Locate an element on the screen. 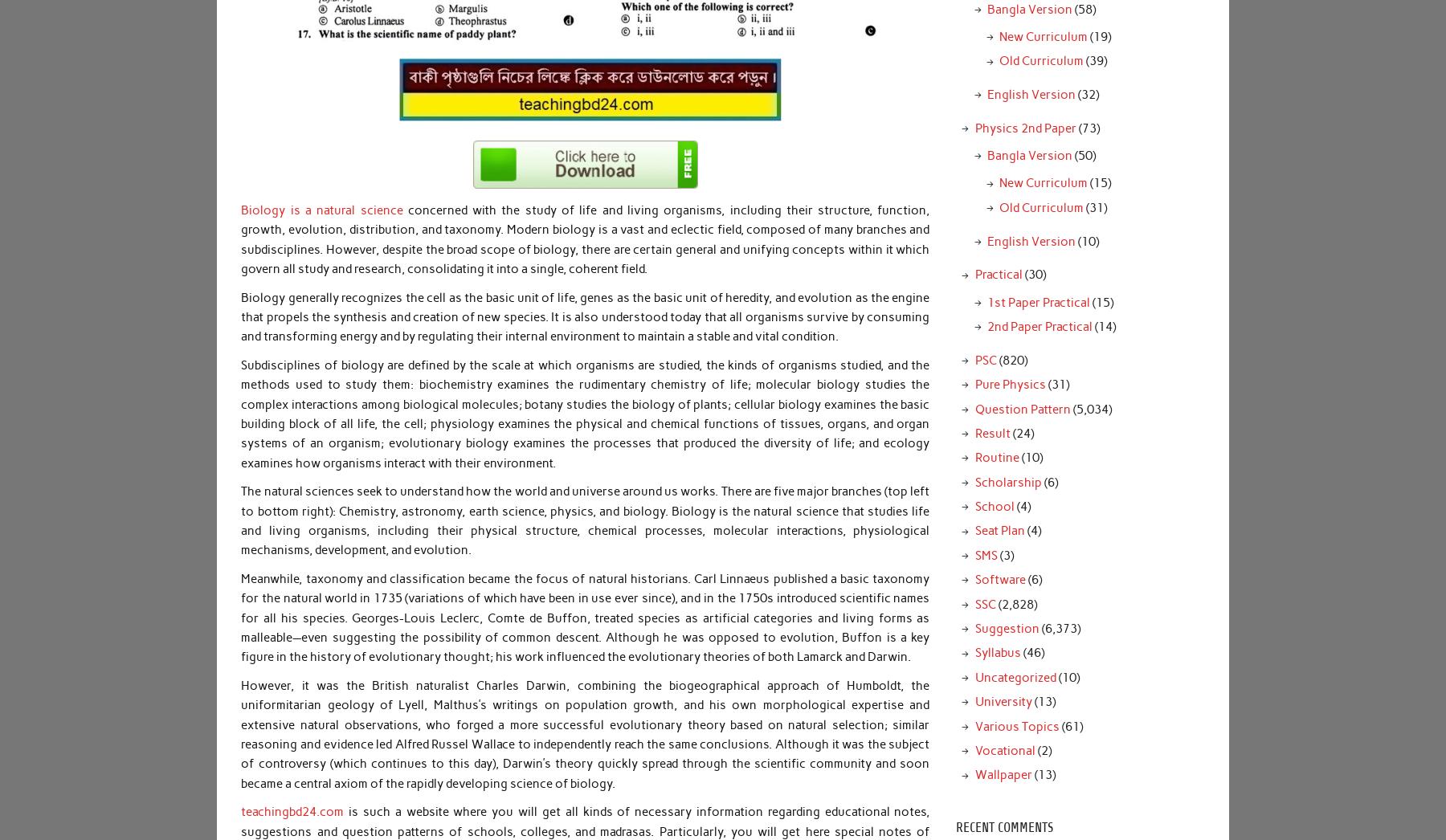 This screenshot has width=1446, height=840. 'Software' is located at coordinates (999, 579).